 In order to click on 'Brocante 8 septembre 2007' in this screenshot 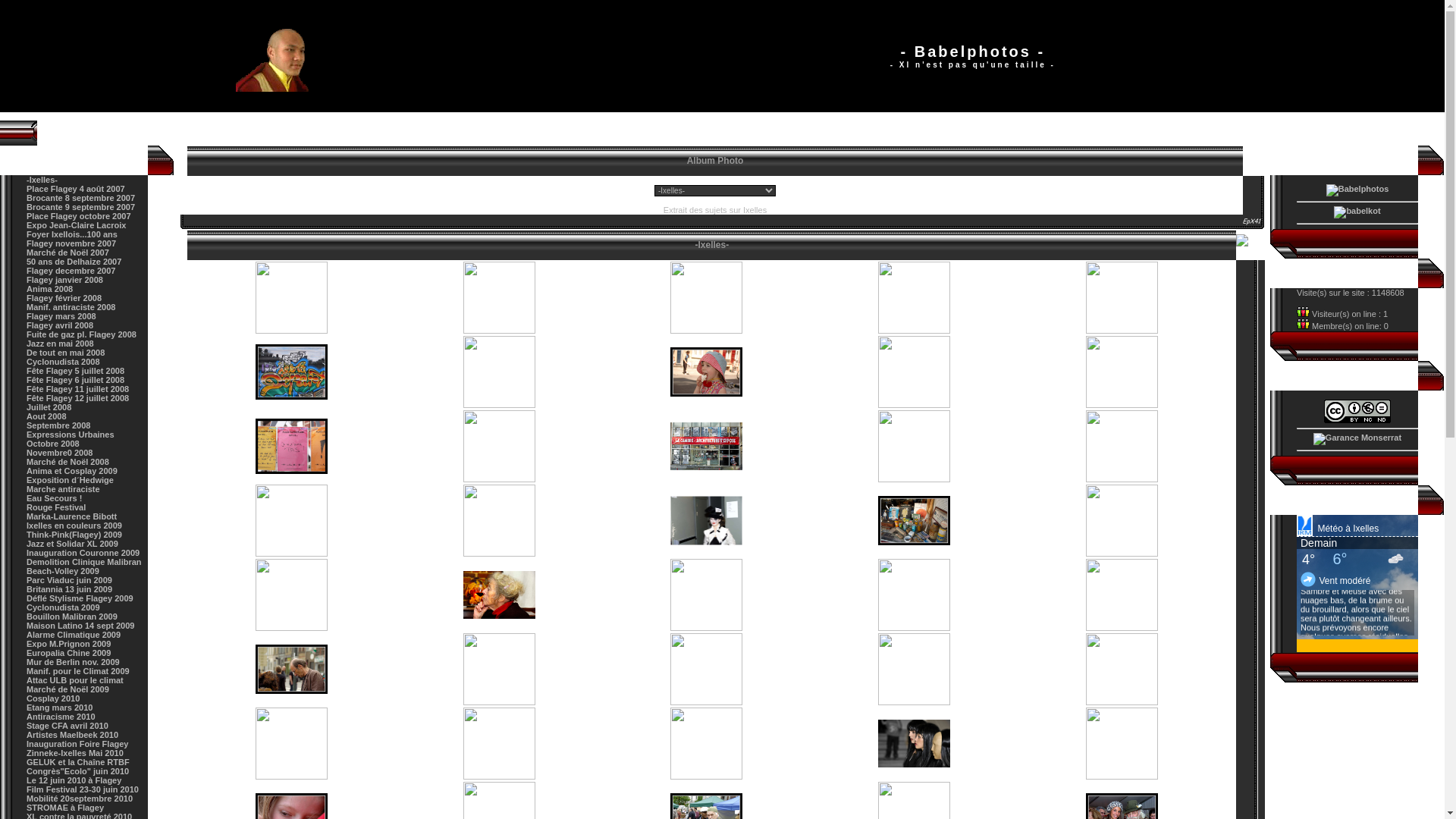, I will do `click(80, 197)`.